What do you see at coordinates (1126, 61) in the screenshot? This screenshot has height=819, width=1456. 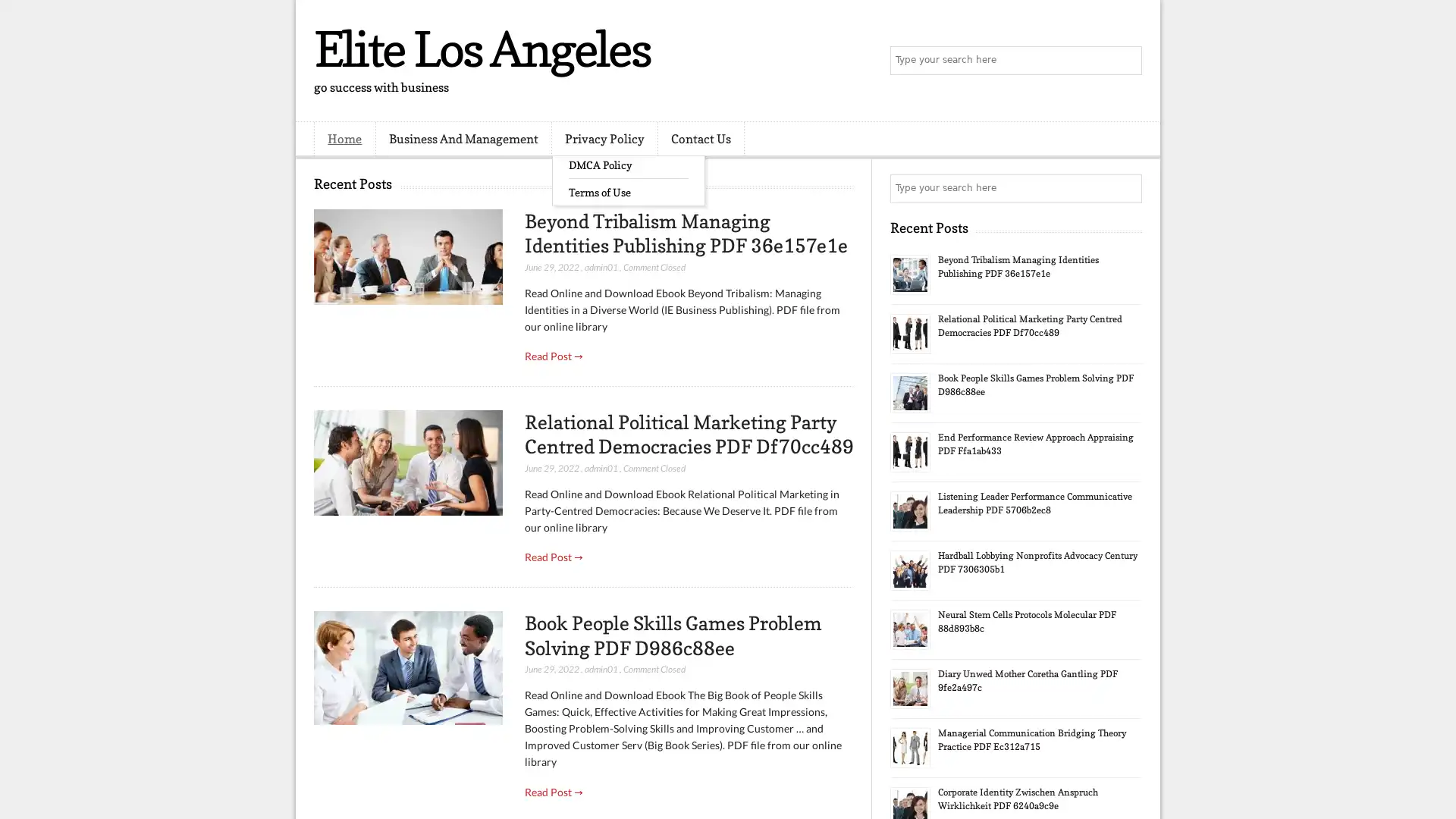 I see `Search` at bounding box center [1126, 61].